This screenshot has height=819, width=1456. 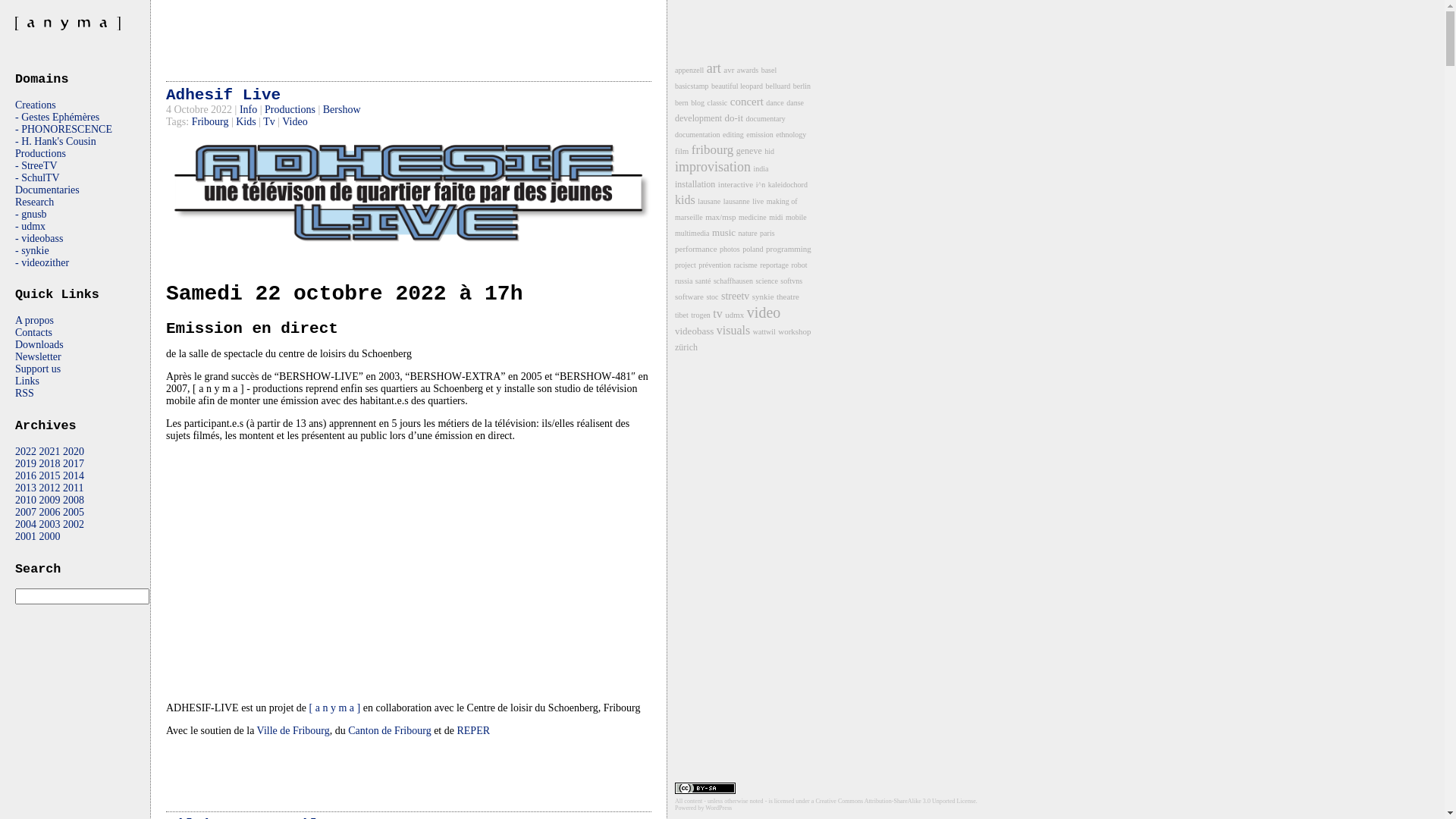 What do you see at coordinates (764, 312) in the screenshot?
I see `'video'` at bounding box center [764, 312].